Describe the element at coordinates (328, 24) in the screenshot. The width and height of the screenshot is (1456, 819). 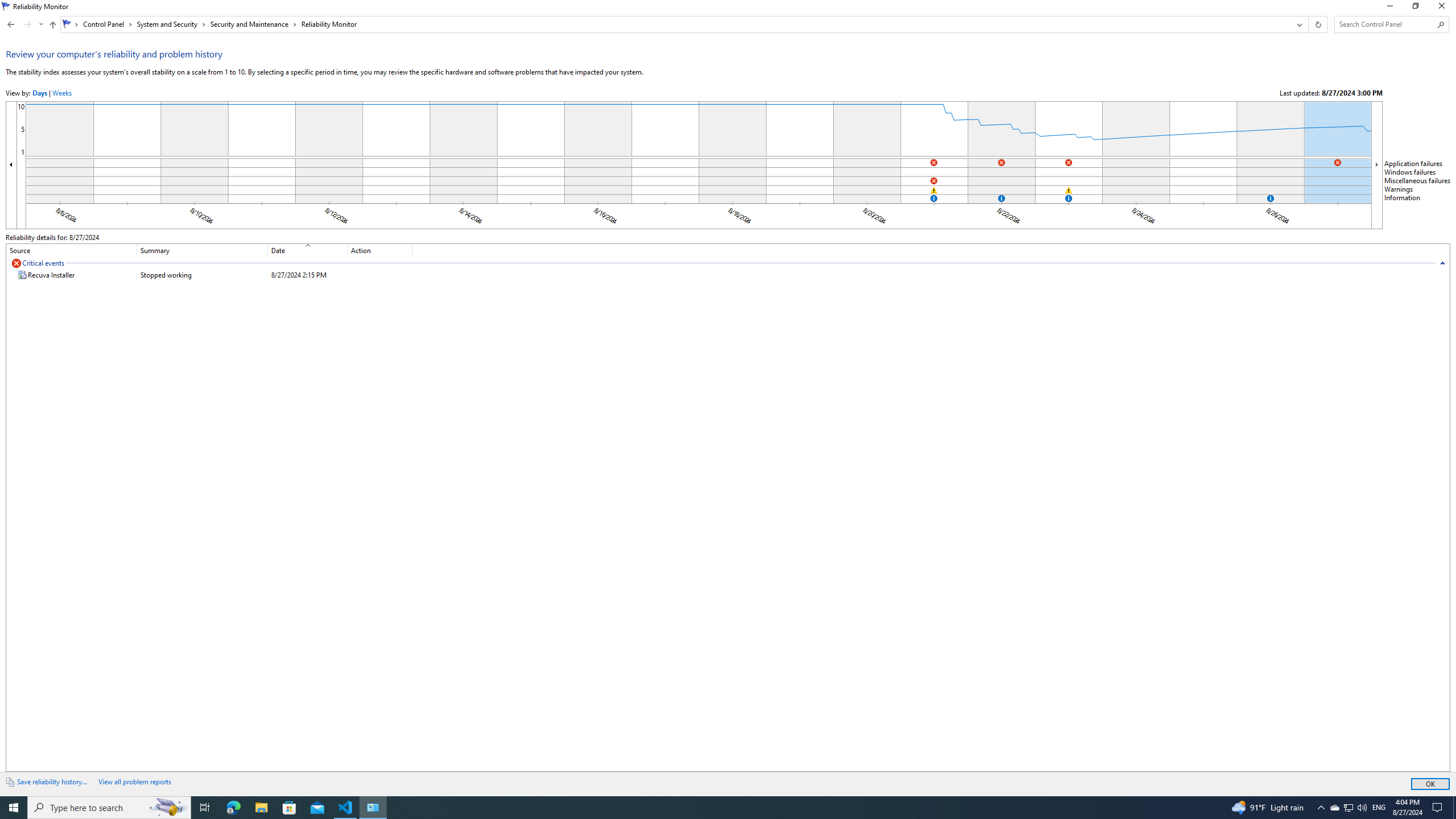
I see `'Reliability Monitor'` at that location.